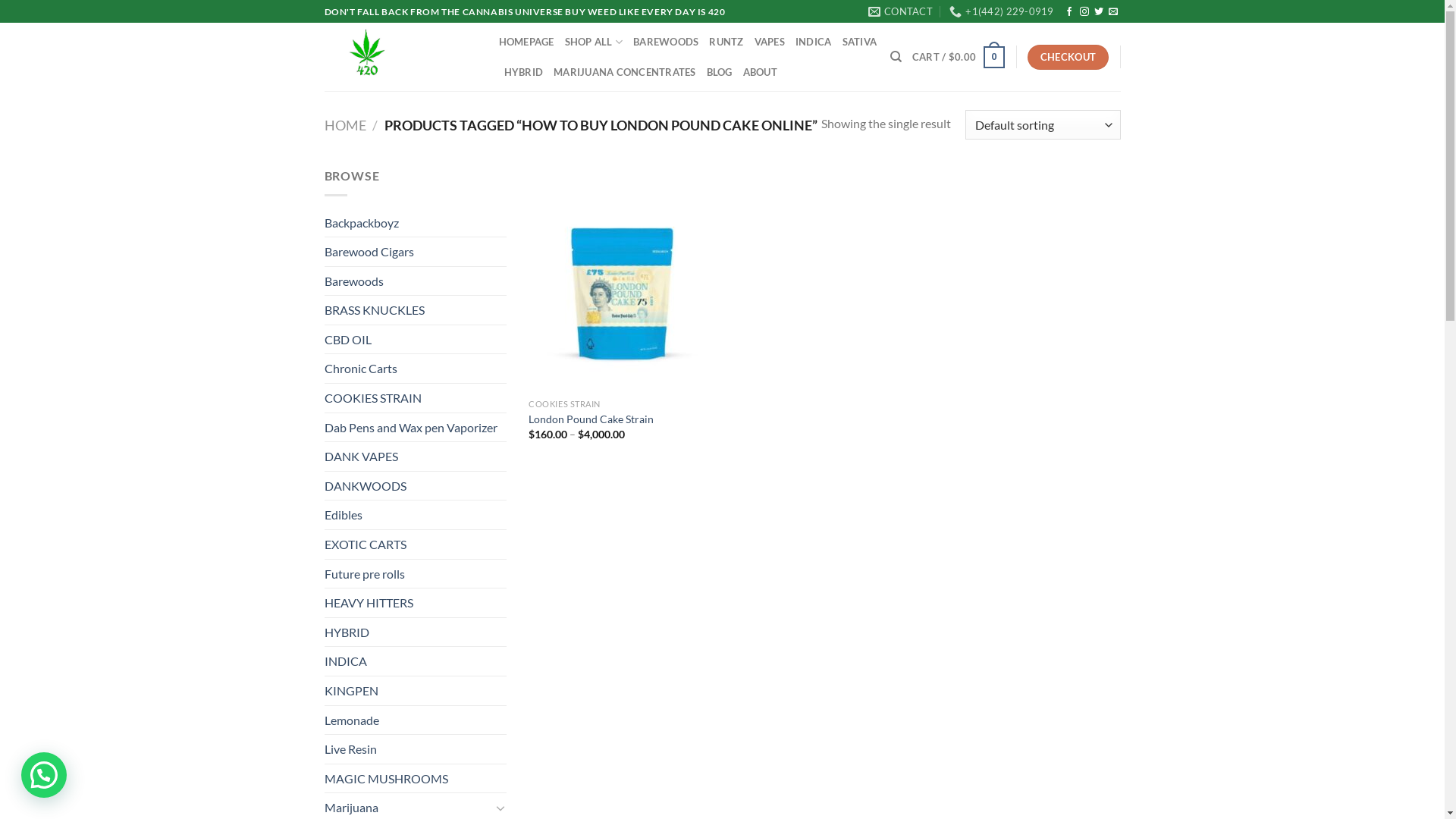 The height and width of the screenshot is (819, 1456). I want to click on 'Barewood Cigars', so click(415, 250).